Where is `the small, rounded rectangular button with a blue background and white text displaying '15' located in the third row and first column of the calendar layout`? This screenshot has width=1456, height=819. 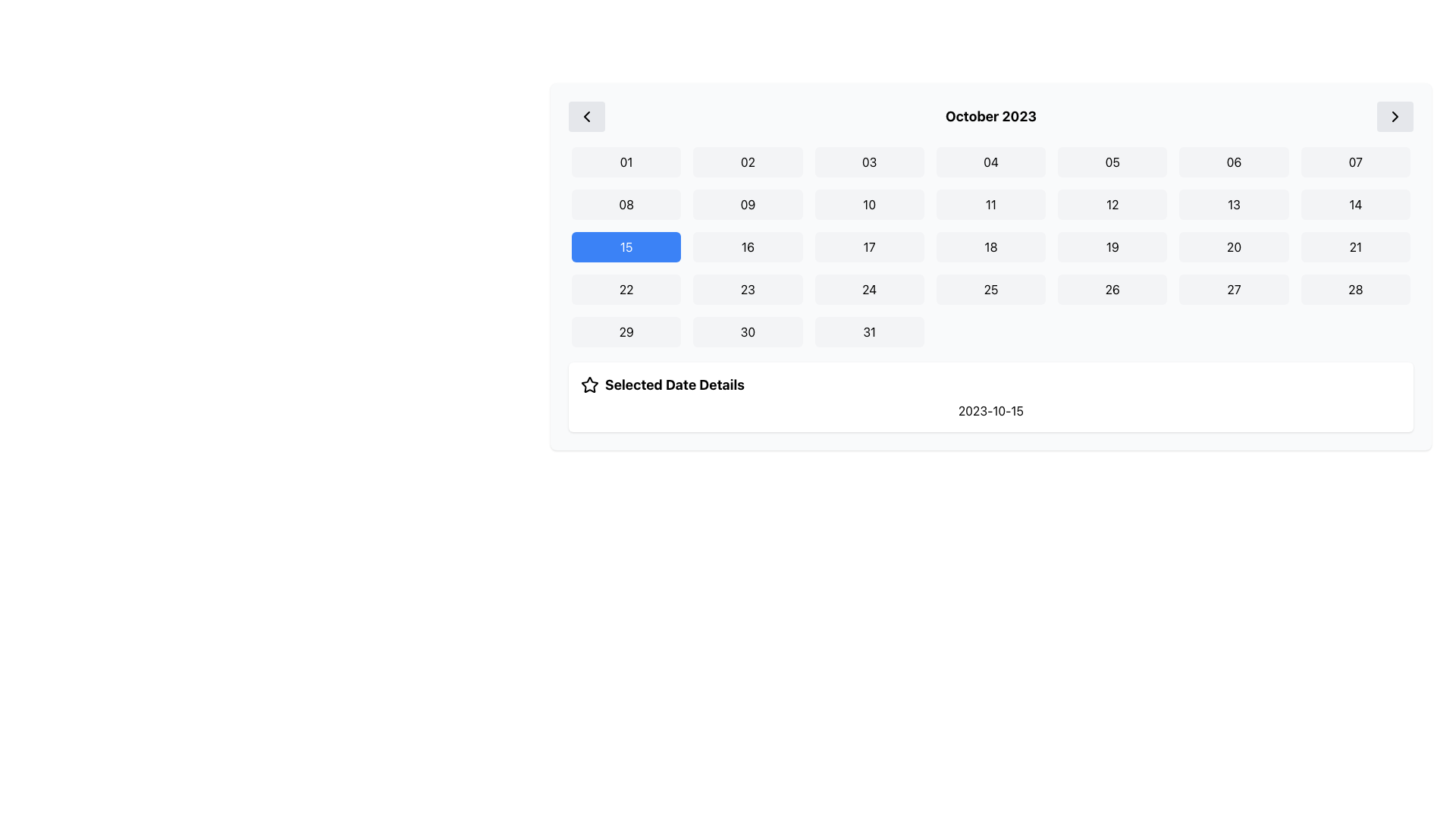 the small, rounded rectangular button with a blue background and white text displaying '15' located in the third row and first column of the calendar layout is located at coordinates (626, 246).